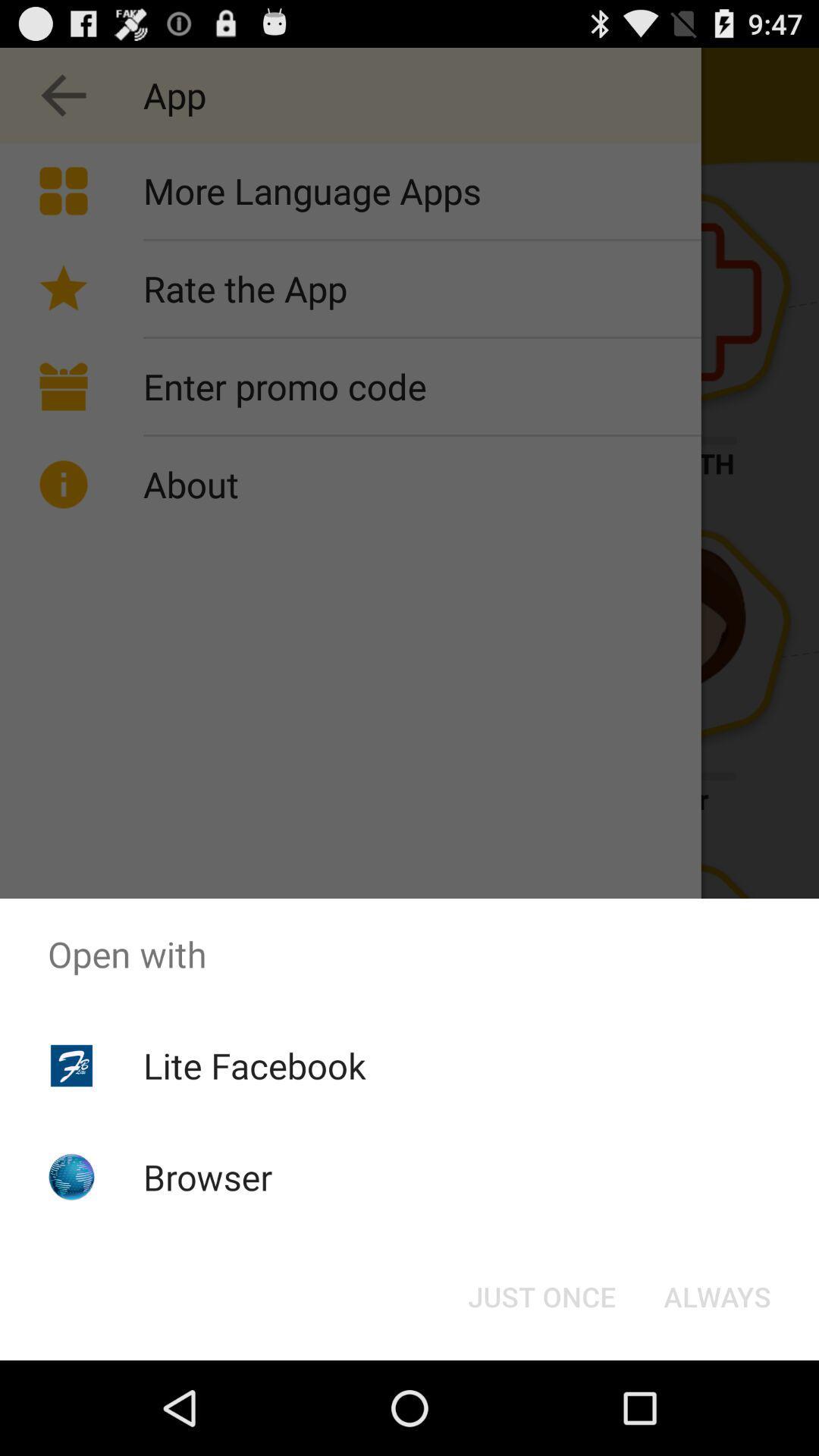 The height and width of the screenshot is (1456, 819). What do you see at coordinates (717, 1295) in the screenshot?
I see `the icon next to just once button` at bounding box center [717, 1295].